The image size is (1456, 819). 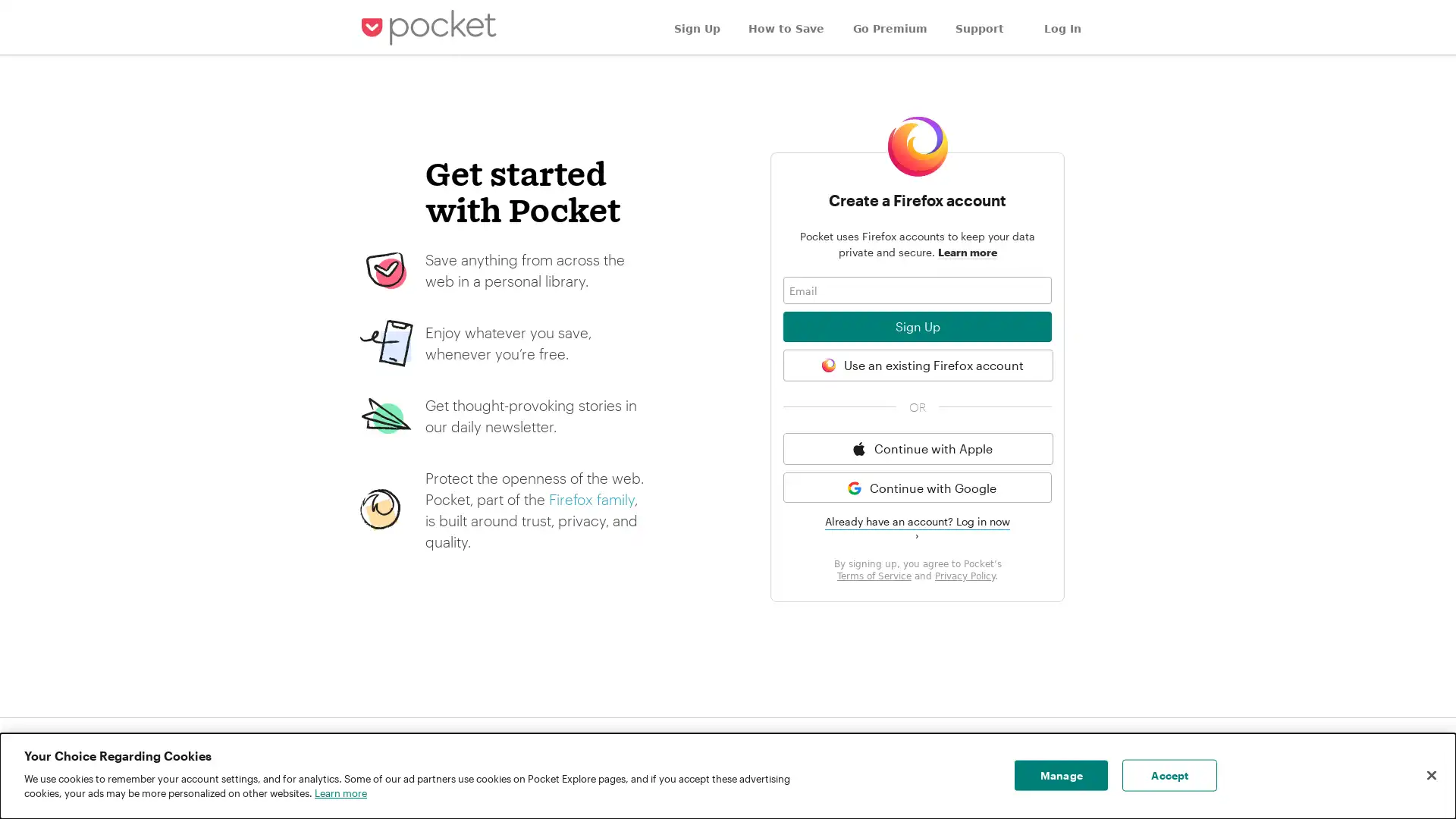 What do you see at coordinates (916, 326) in the screenshot?
I see `Sign Up` at bounding box center [916, 326].